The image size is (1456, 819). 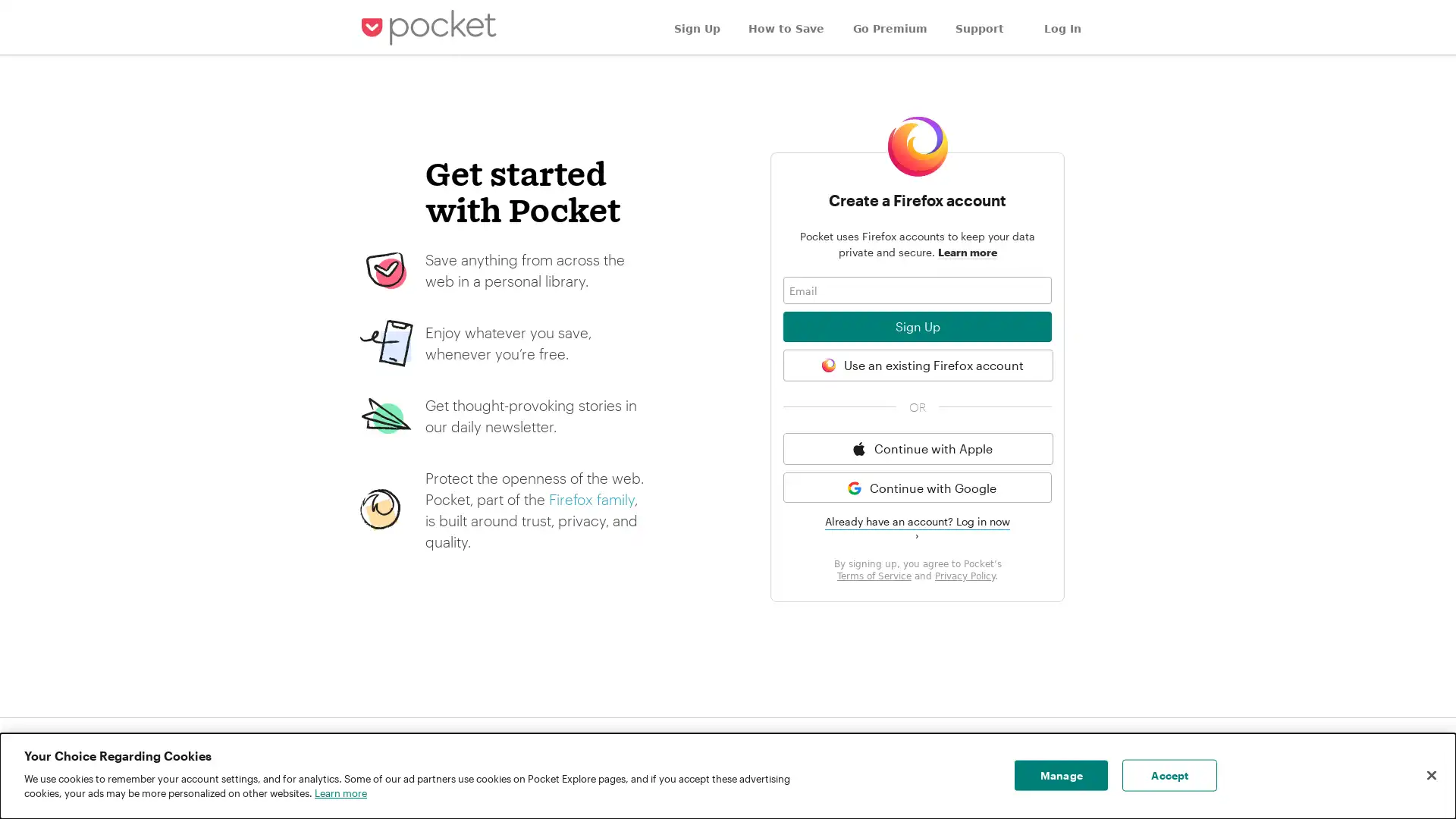 What do you see at coordinates (916, 326) in the screenshot?
I see `Sign Up` at bounding box center [916, 326].